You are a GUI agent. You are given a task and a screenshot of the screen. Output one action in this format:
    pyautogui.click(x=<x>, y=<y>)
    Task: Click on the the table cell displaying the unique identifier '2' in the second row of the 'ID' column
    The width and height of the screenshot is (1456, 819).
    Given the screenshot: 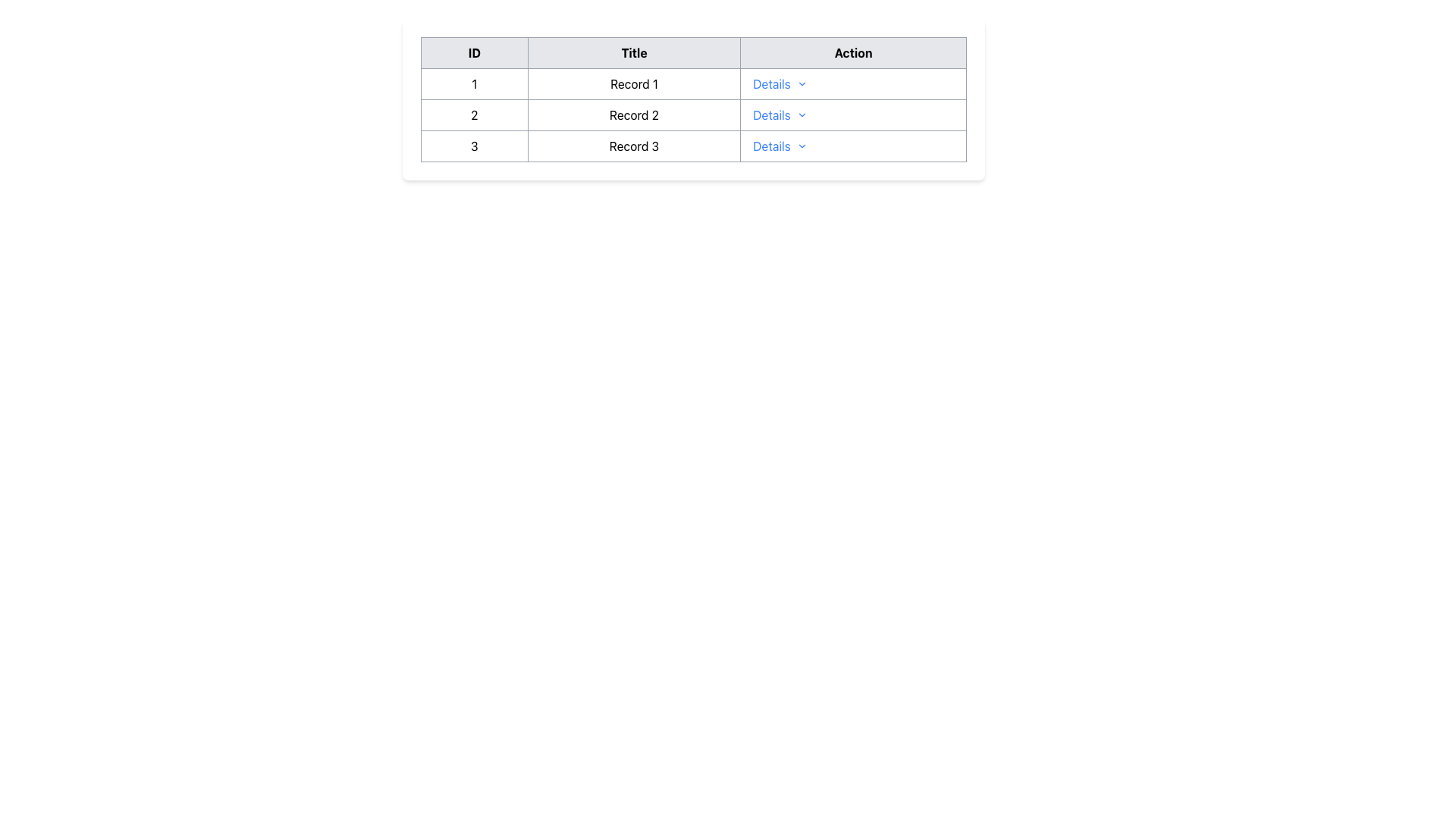 What is the action you would take?
    pyautogui.click(x=473, y=114)
    